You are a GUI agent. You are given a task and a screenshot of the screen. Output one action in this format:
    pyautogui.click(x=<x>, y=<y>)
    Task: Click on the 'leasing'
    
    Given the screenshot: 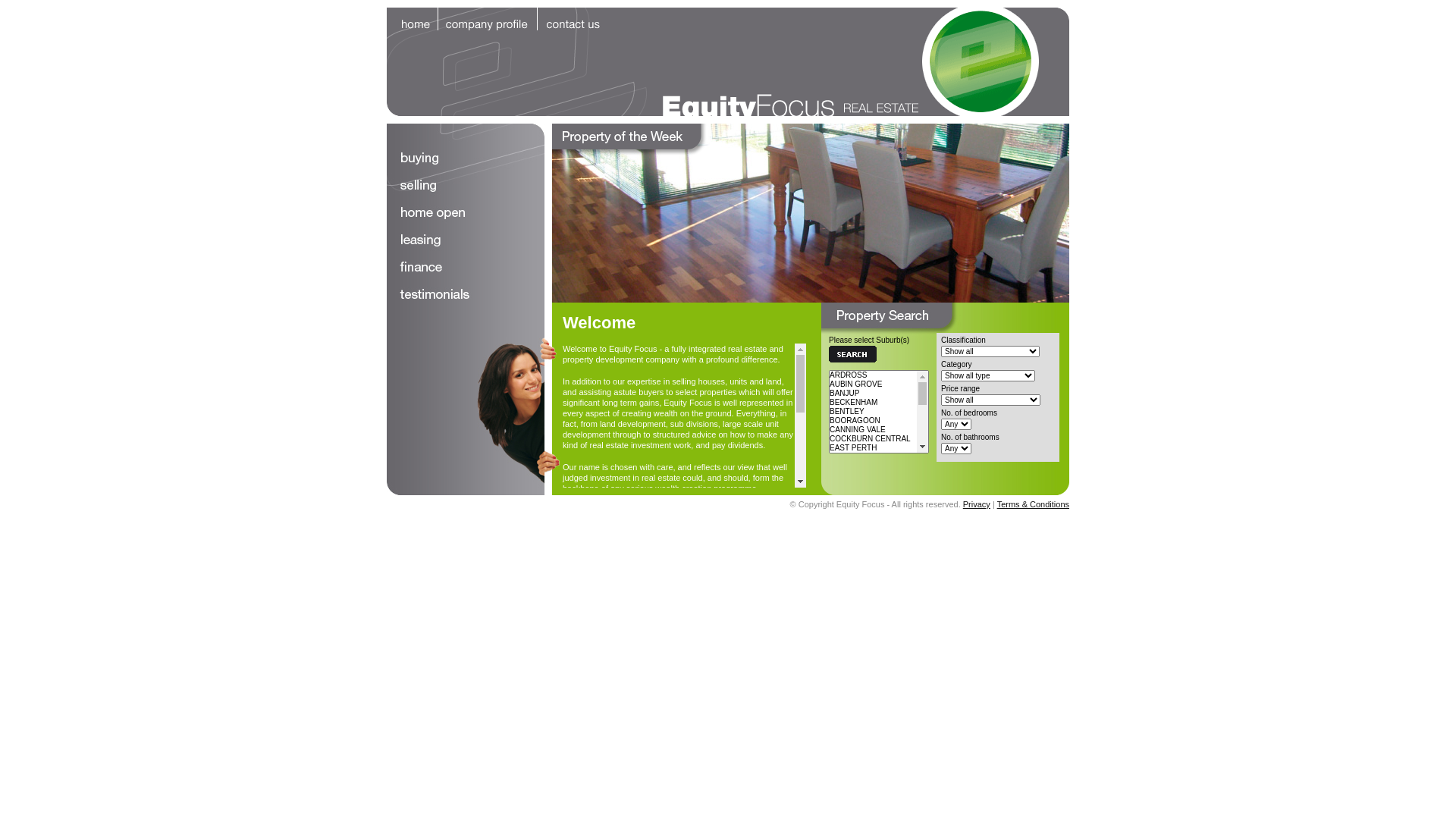 What is the action you would take?
    pyautogui.click(x=386, y=239)
    